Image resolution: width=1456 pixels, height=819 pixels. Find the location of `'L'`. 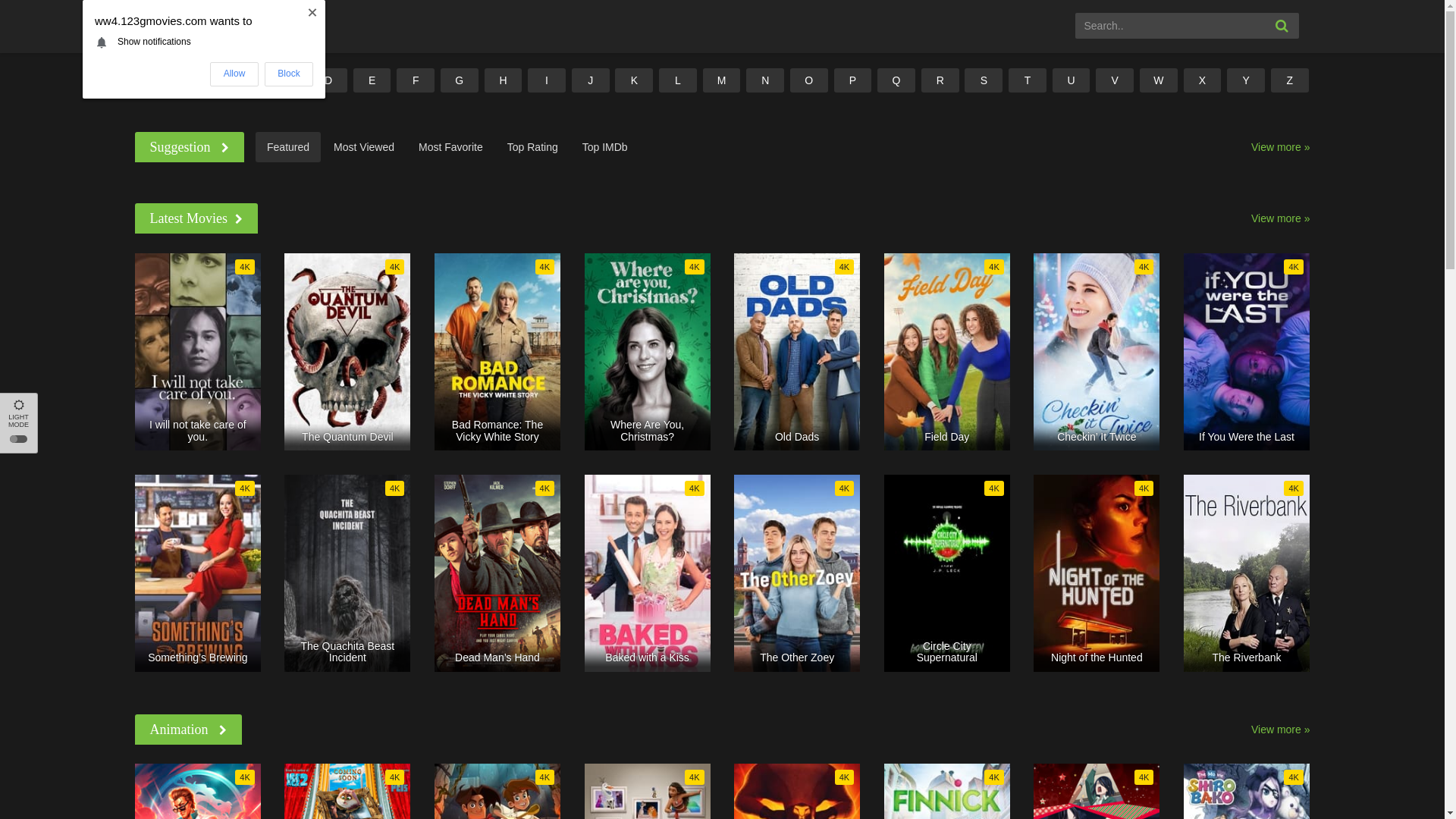

'L' is located at coordinates (658, 80).